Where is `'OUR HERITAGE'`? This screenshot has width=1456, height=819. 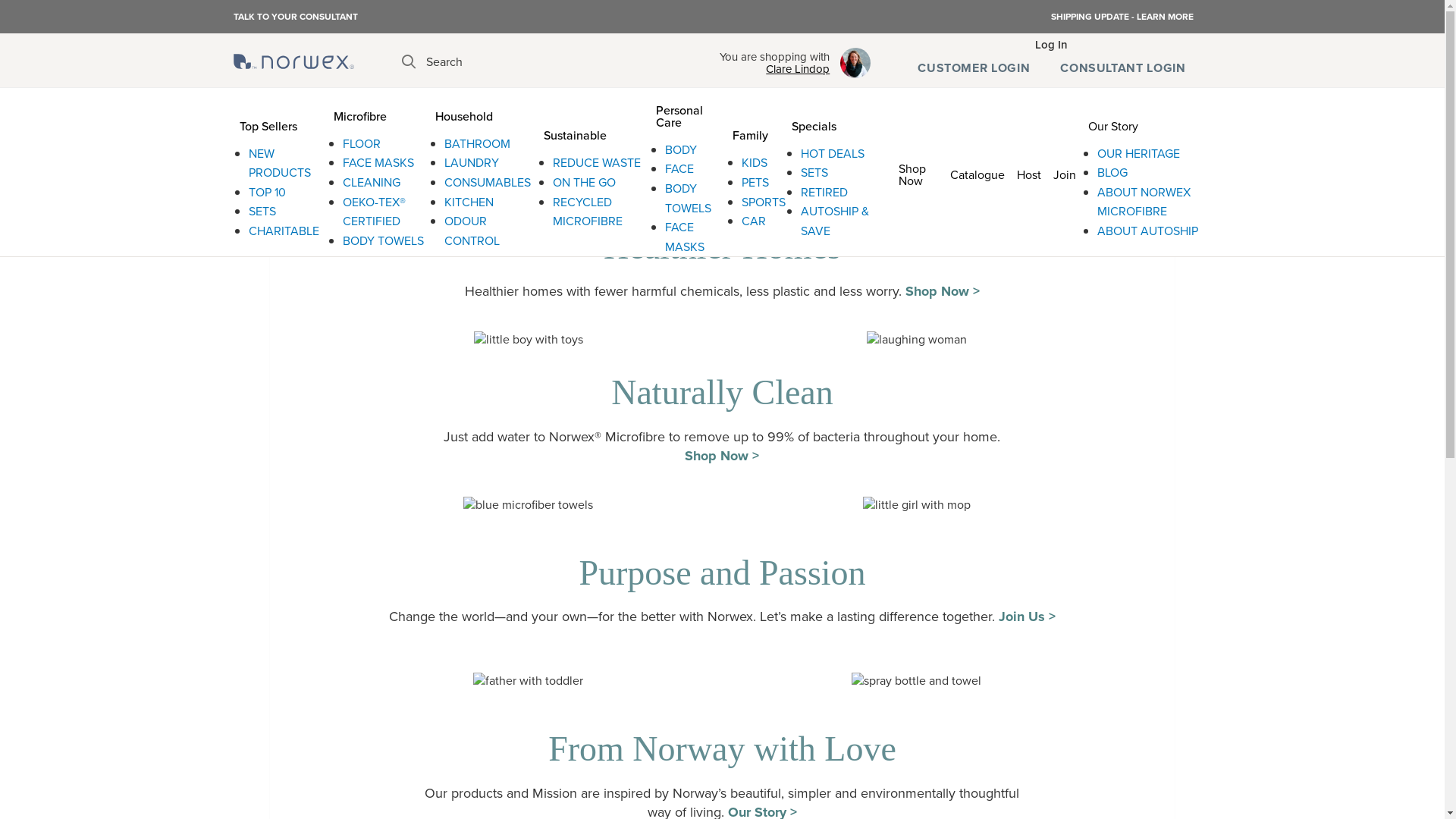
'OUR HERITAGE' is located at coordinates (1097, 153).